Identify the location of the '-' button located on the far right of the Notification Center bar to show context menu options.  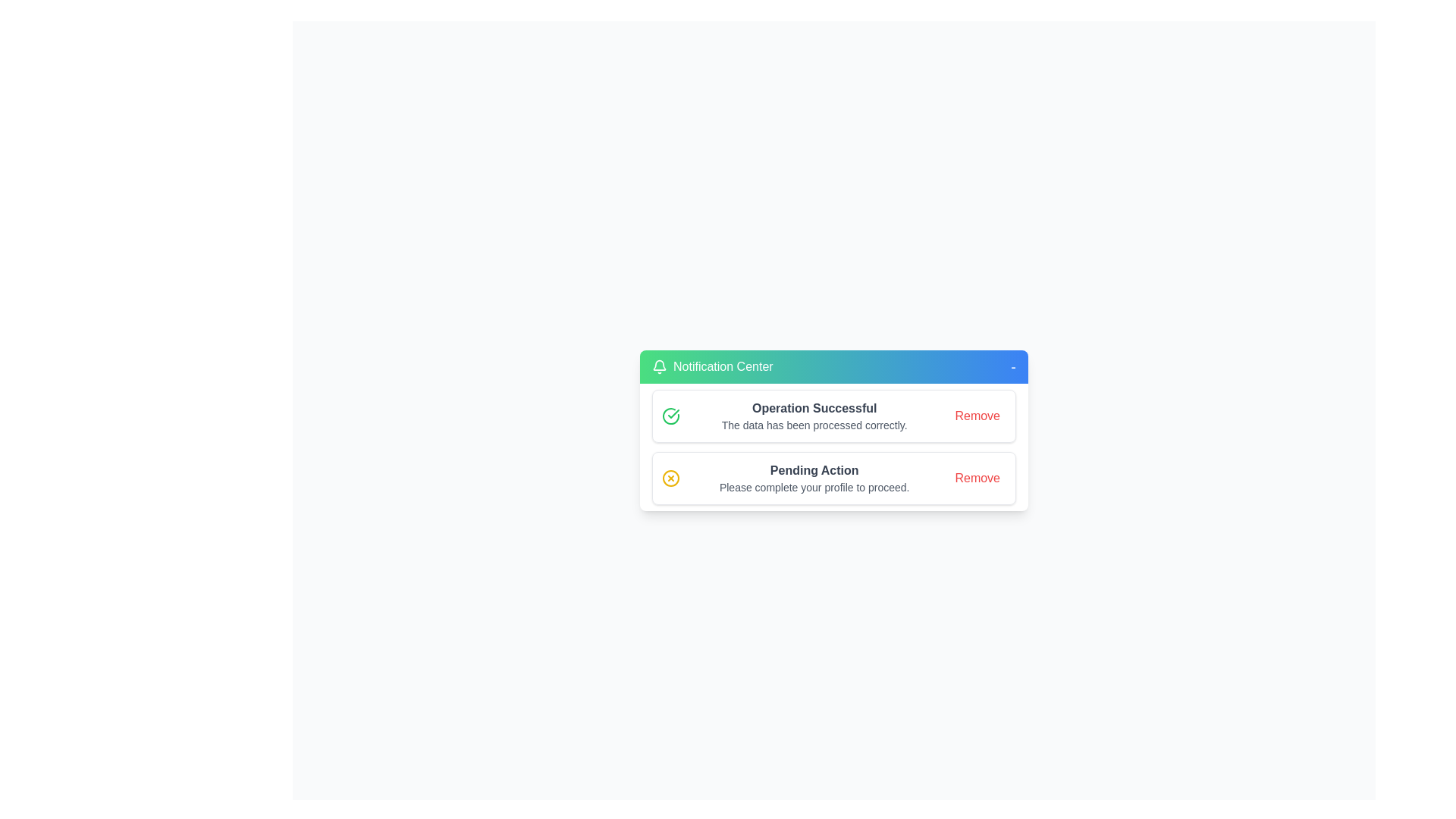
(1012, 366).